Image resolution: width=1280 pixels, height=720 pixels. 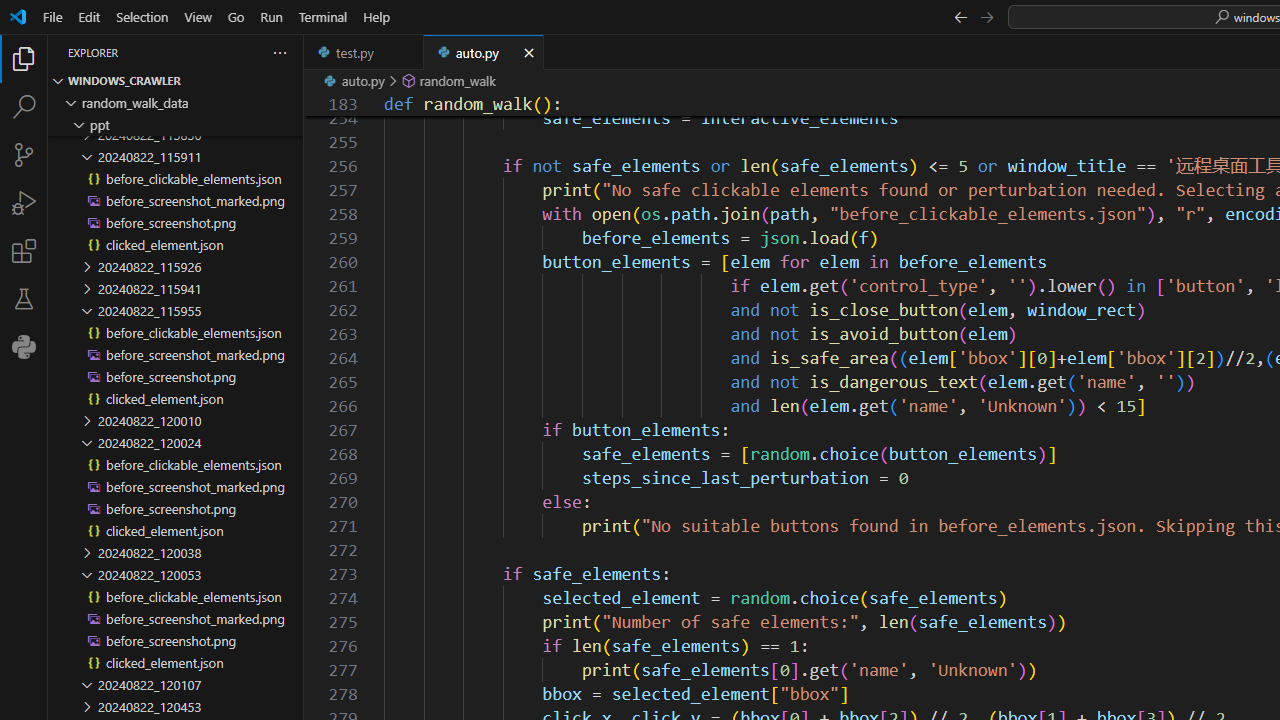 What do you see at coordinates (986, 16) in the screenshot?
I see `'Go Forward (Alt+RightArrow)'` at bounding box center [986, 16].